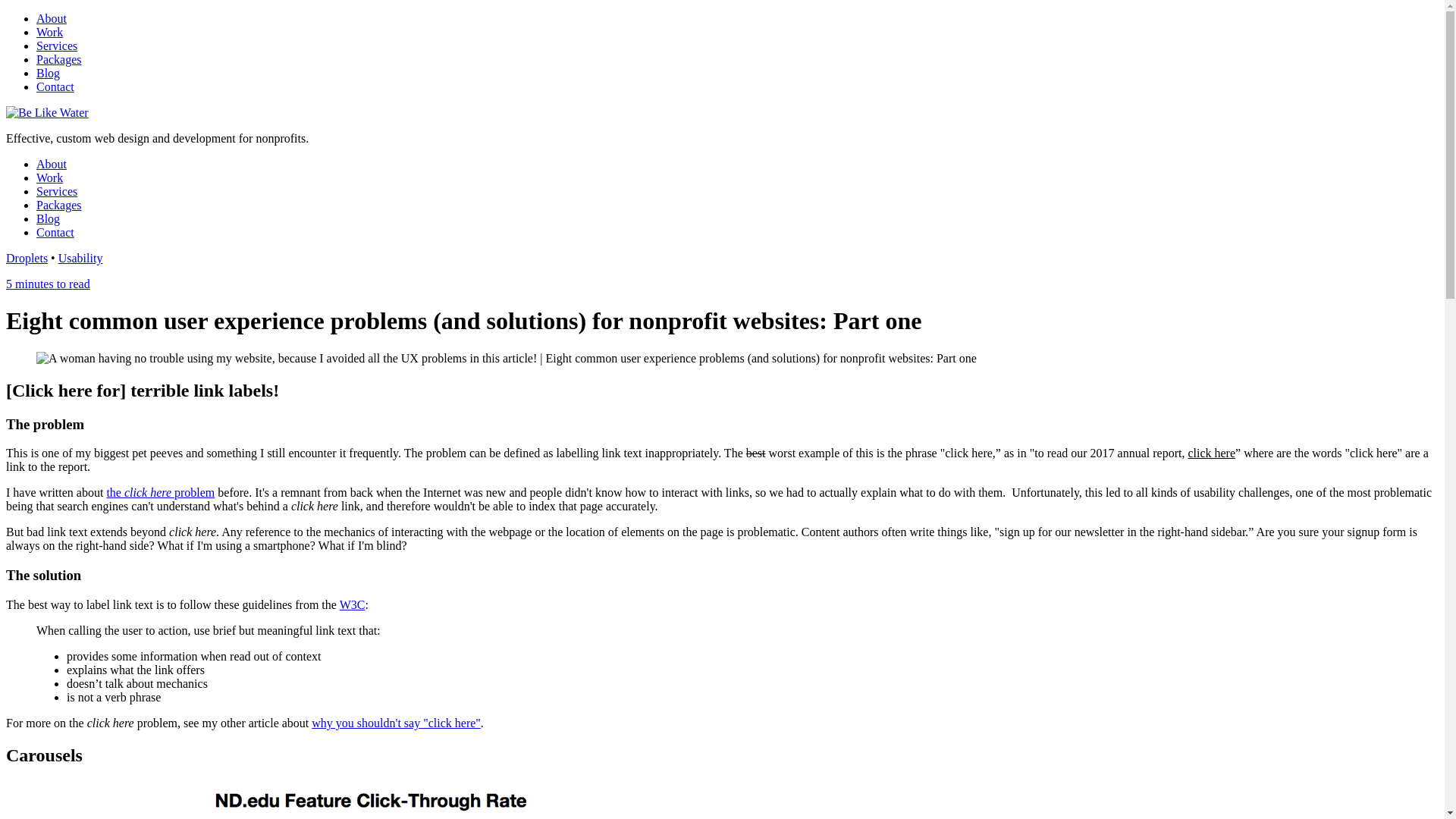  What do you see at coordinates (51, 18) in the screenshot?
I see `'About'` at bounding box center [51, 18].